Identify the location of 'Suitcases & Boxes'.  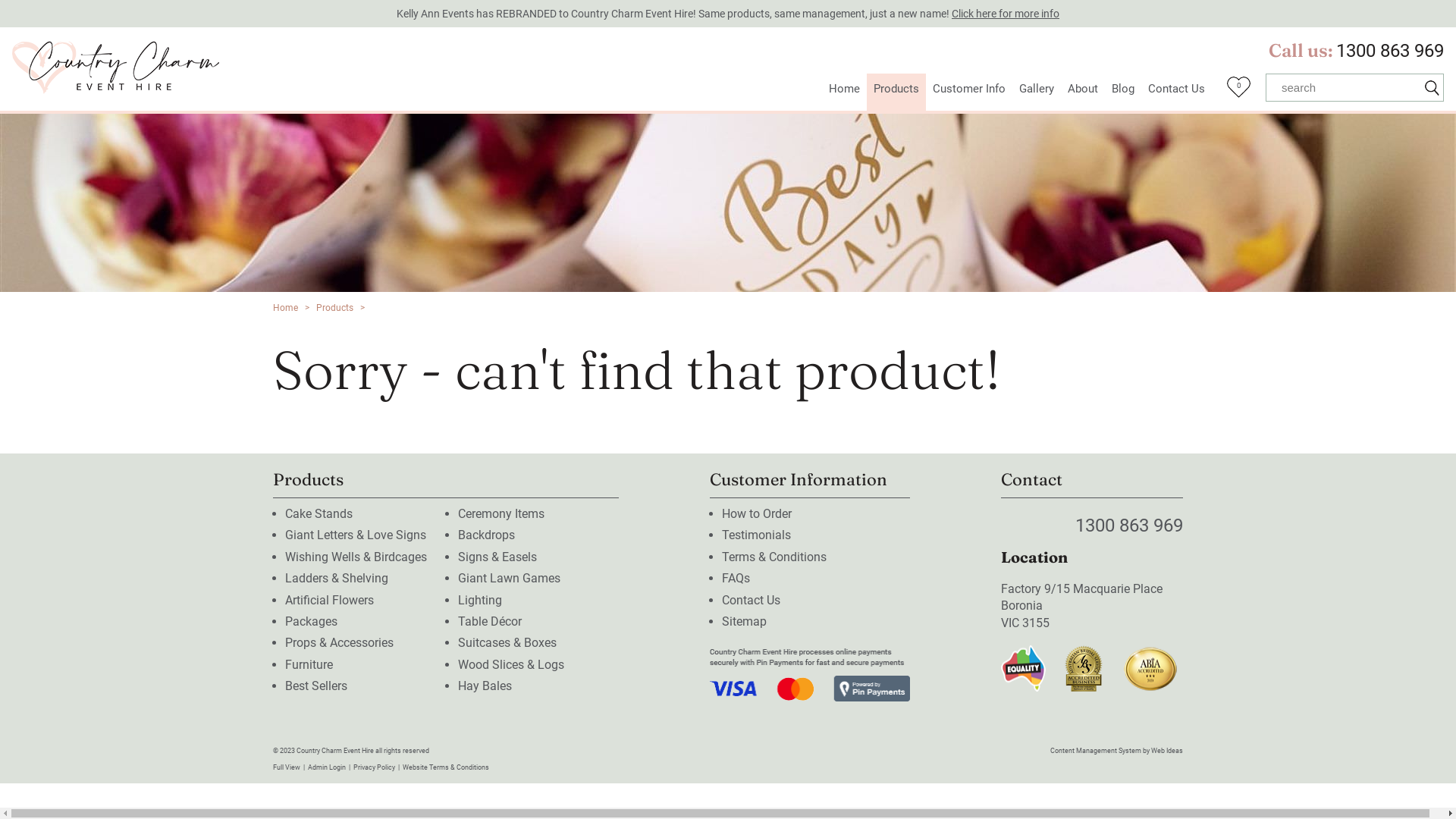
(457, 642).